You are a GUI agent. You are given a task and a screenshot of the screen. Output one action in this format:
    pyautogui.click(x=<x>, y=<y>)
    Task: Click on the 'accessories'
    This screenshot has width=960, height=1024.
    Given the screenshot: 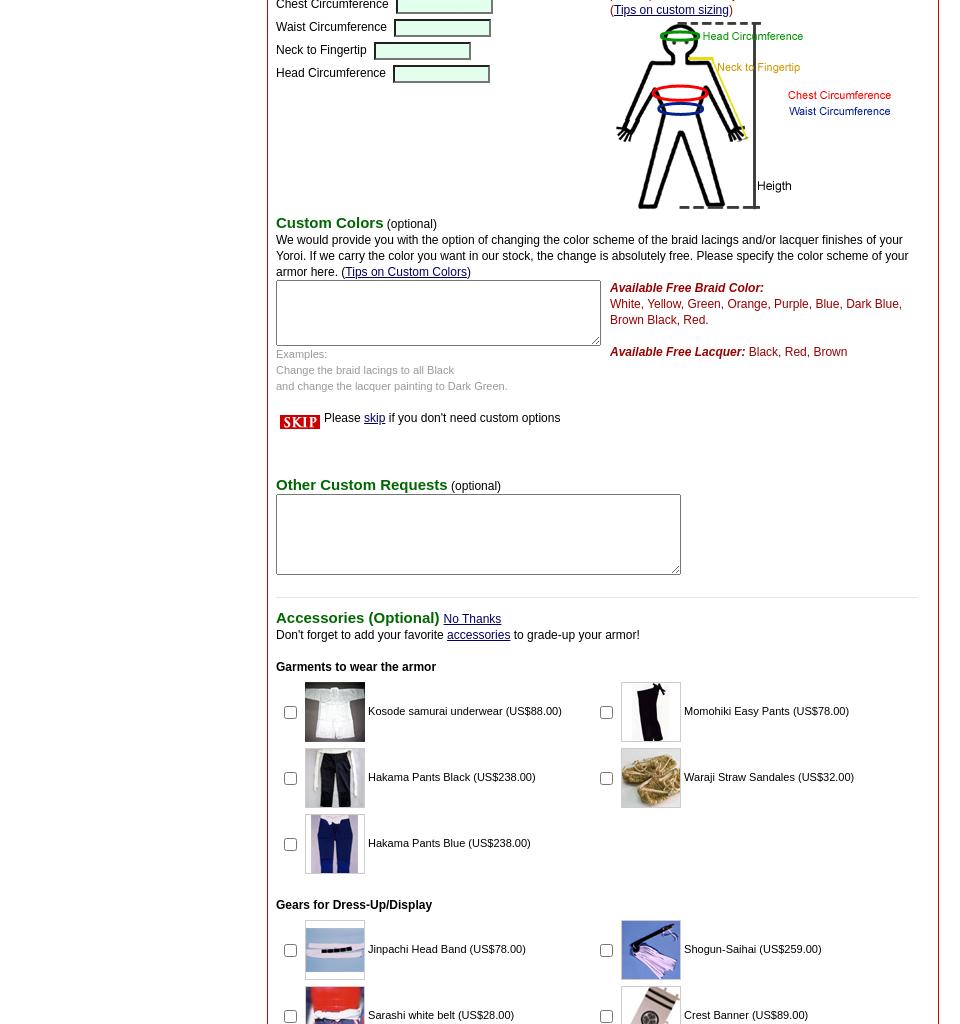 What is the action you would take?
    pyautogui.click(x=478, y=633)
    